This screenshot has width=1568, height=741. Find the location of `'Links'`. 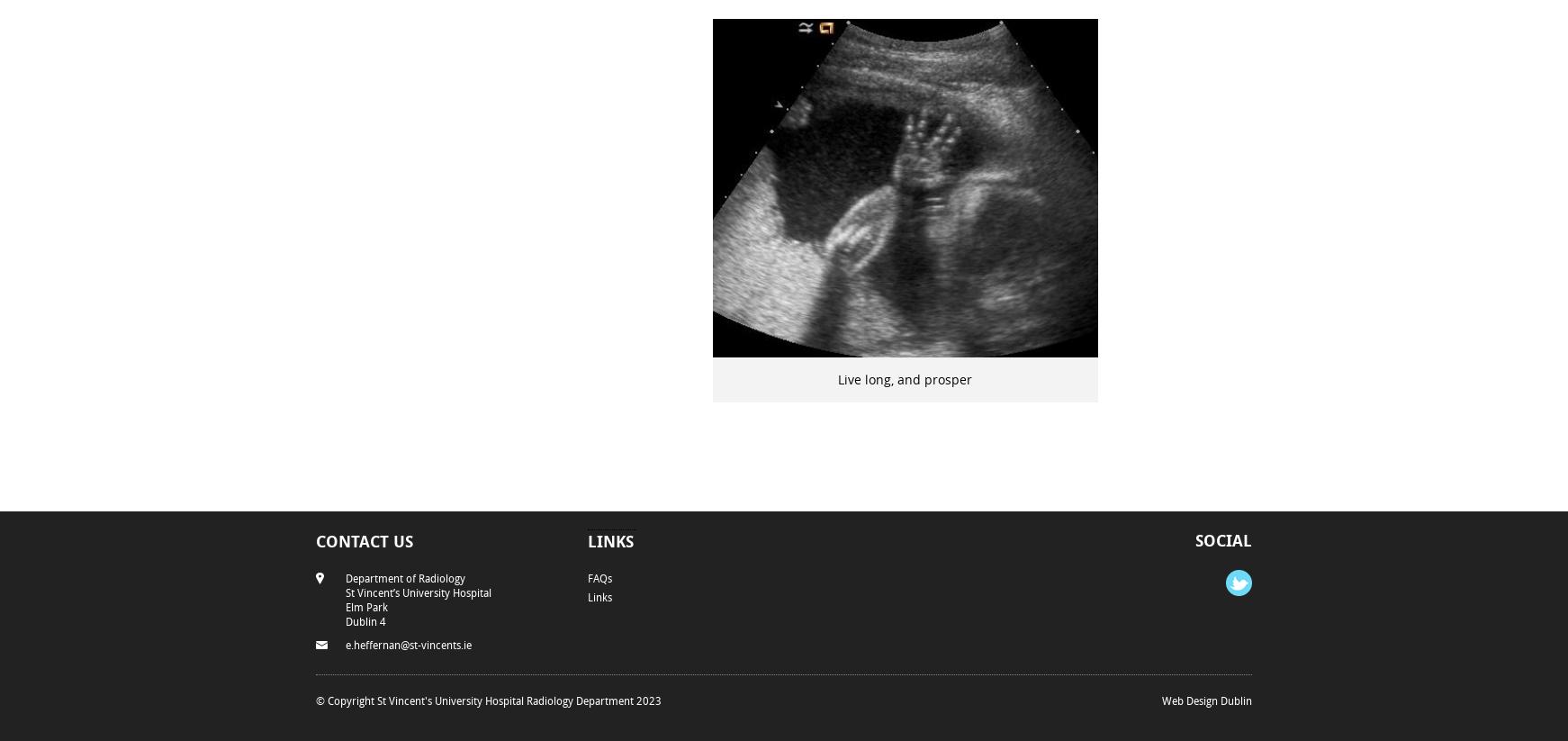

'Links' is located at coordinates (609, 539).